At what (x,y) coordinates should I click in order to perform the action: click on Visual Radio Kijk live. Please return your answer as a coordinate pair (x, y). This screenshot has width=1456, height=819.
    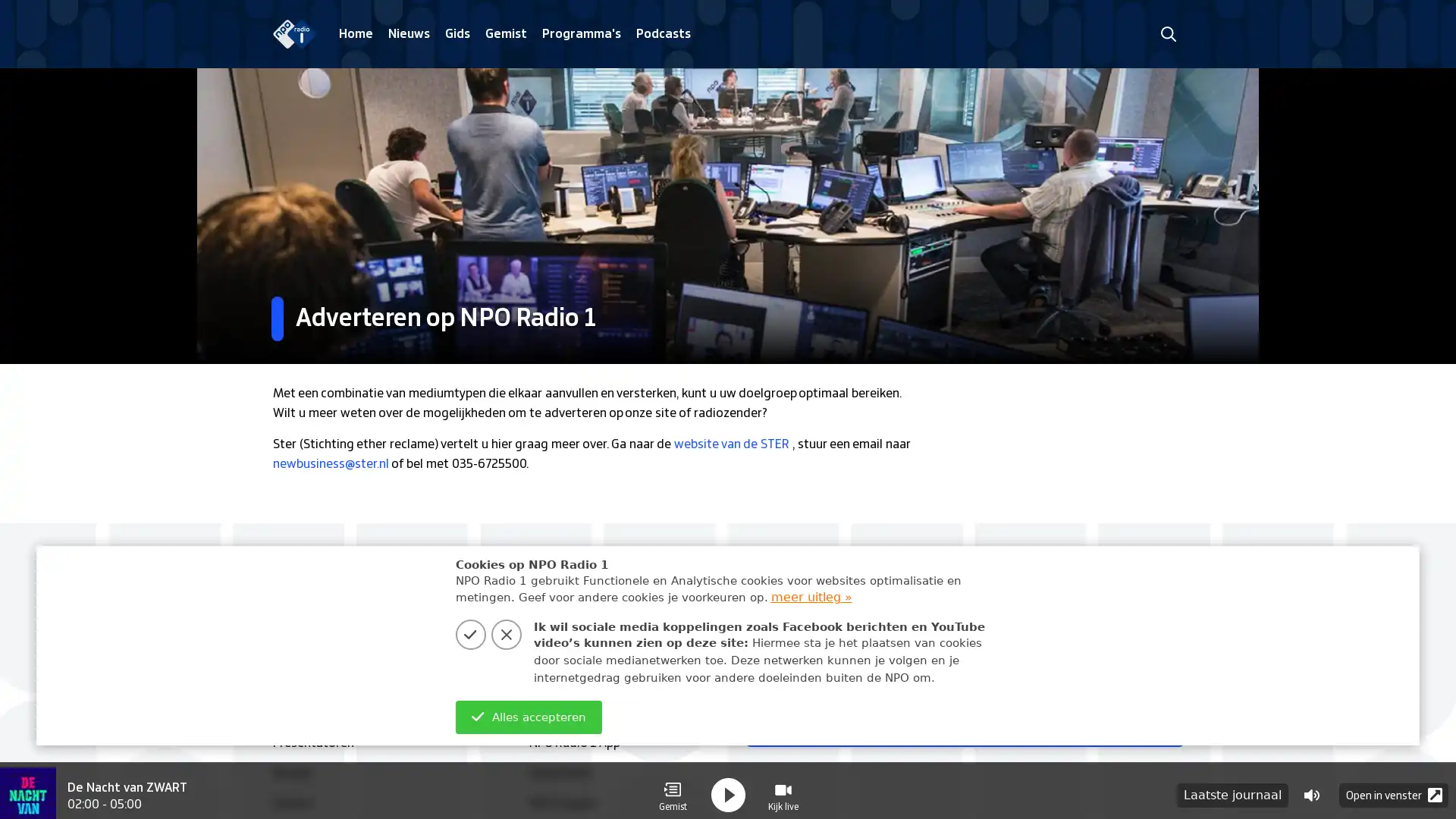
    Looking at the image, I should click on (783, 786).